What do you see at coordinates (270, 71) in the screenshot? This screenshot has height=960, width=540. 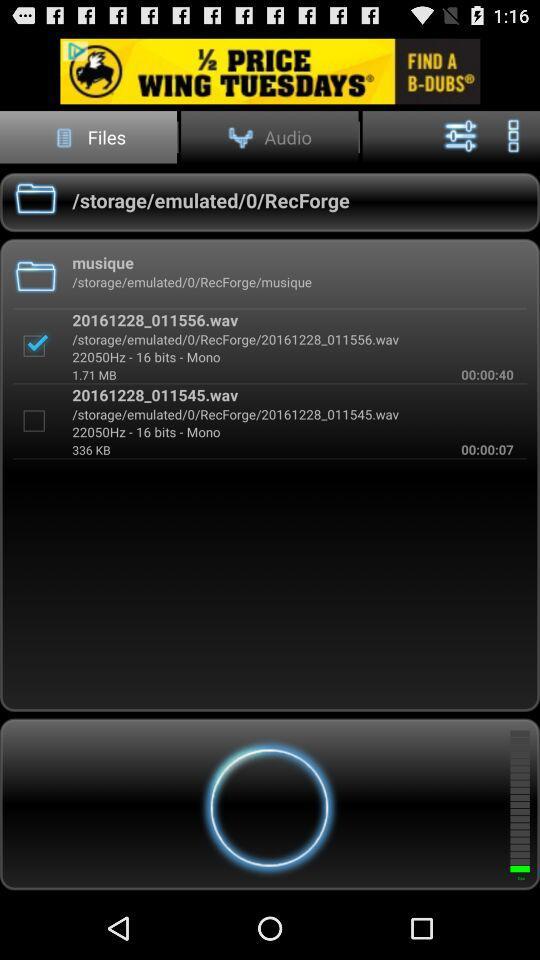 I see `advertisement link` at bounding box center [270, 71].